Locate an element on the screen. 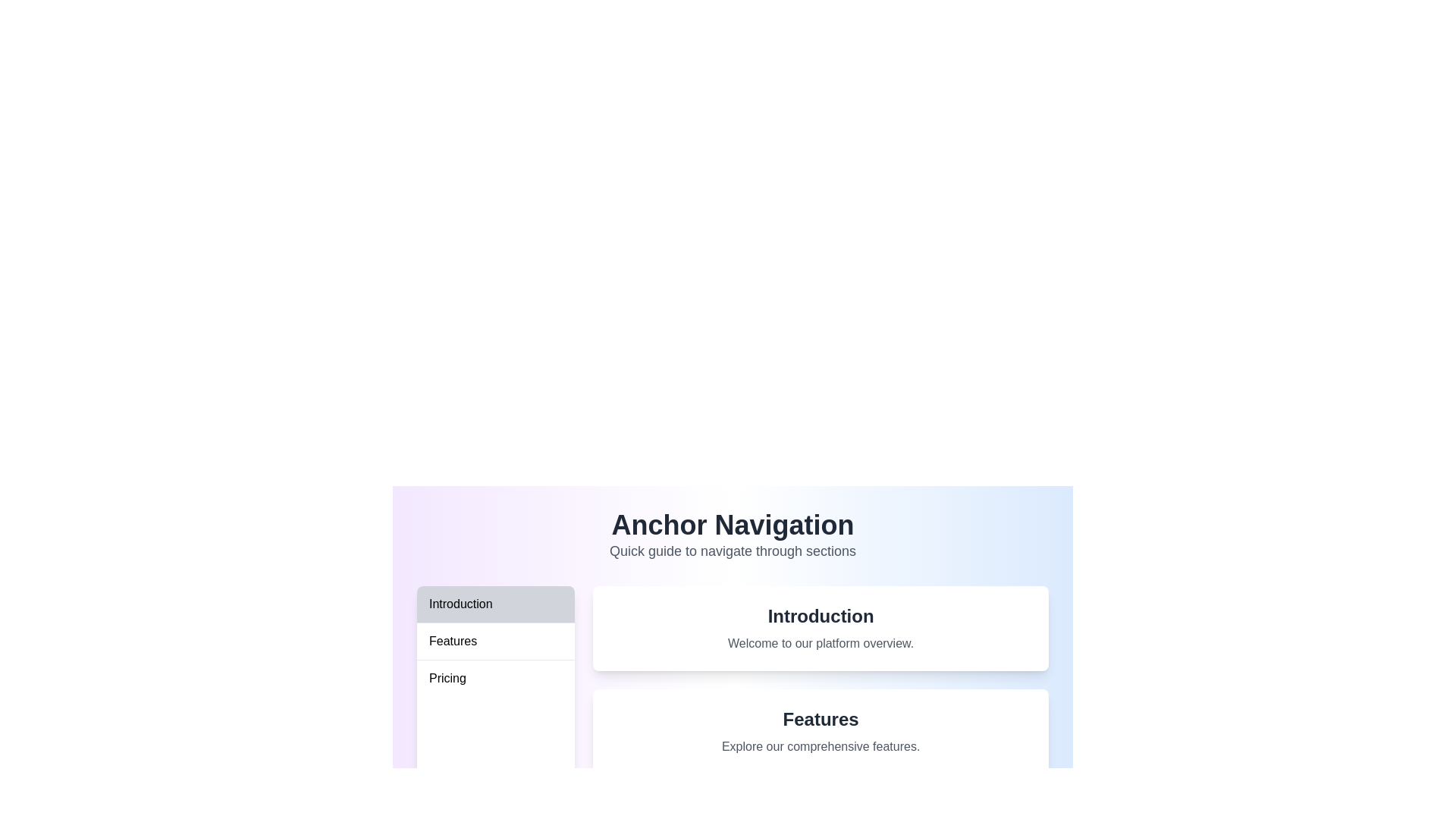 The image size is (1456, 819). the navigation button is located at coordinates (733, 617).